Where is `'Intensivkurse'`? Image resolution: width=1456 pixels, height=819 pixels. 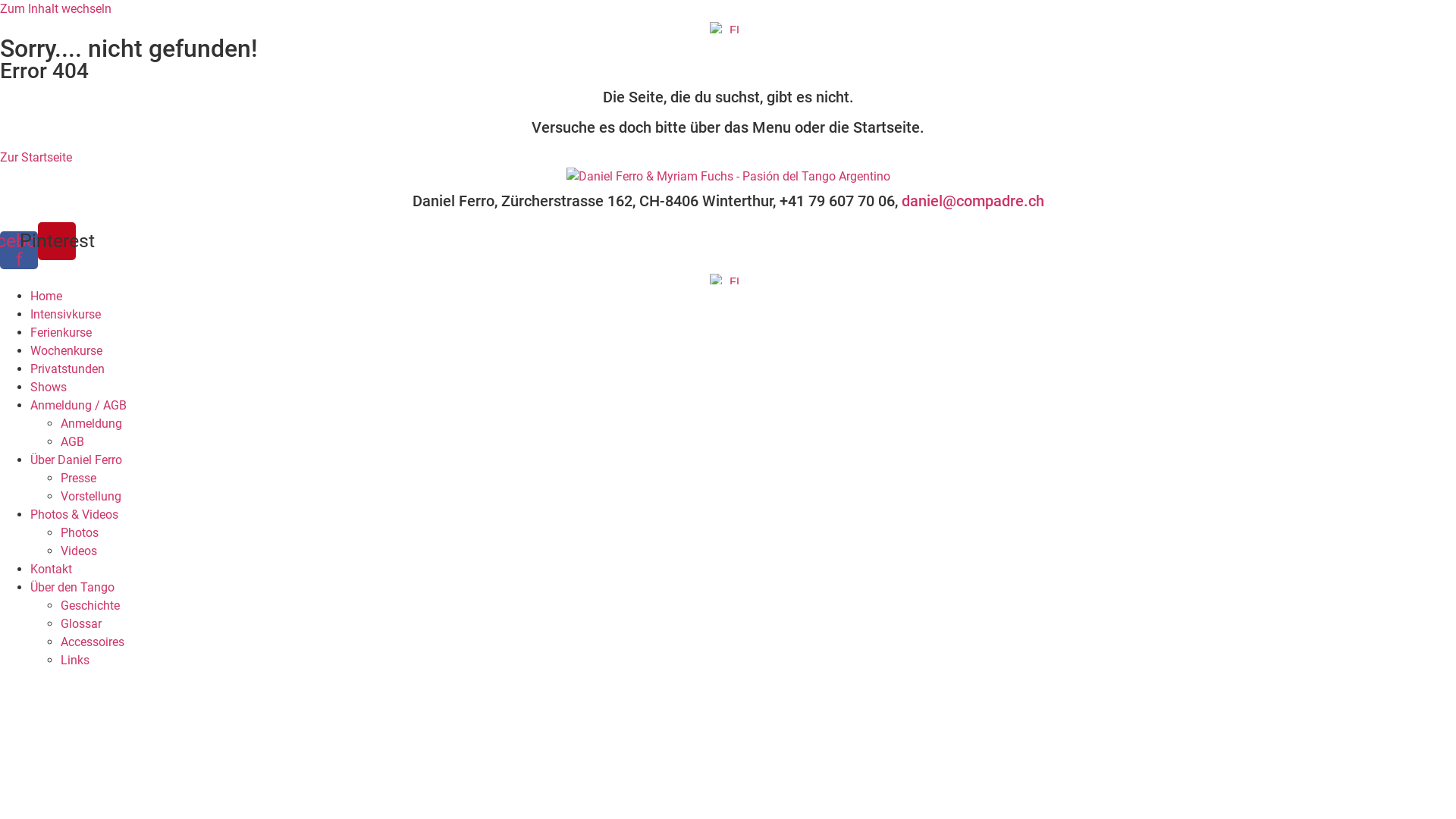
'Intensivkurse' is located at coordinates (64, 313).